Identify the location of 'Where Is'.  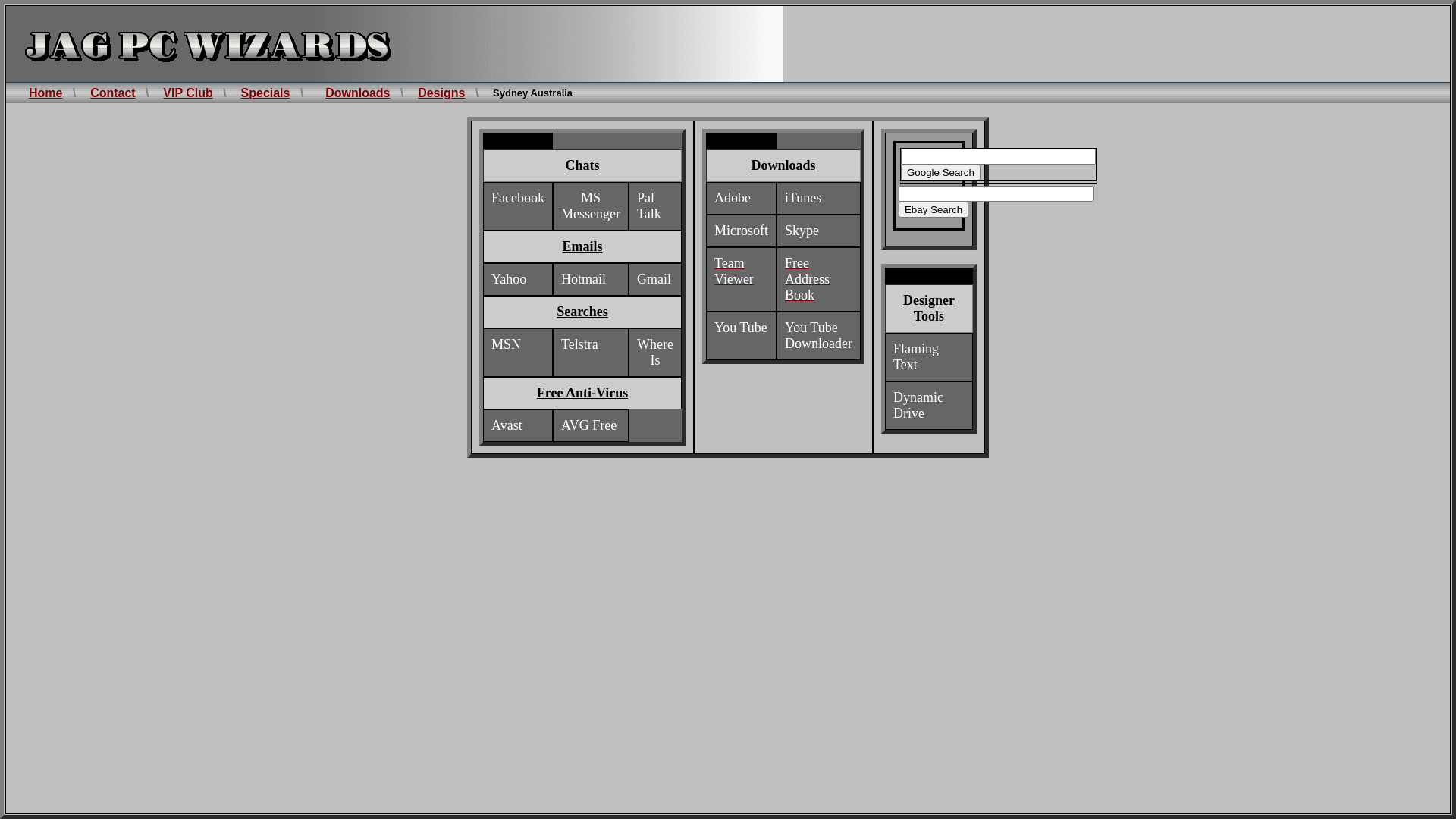
(655, 353).